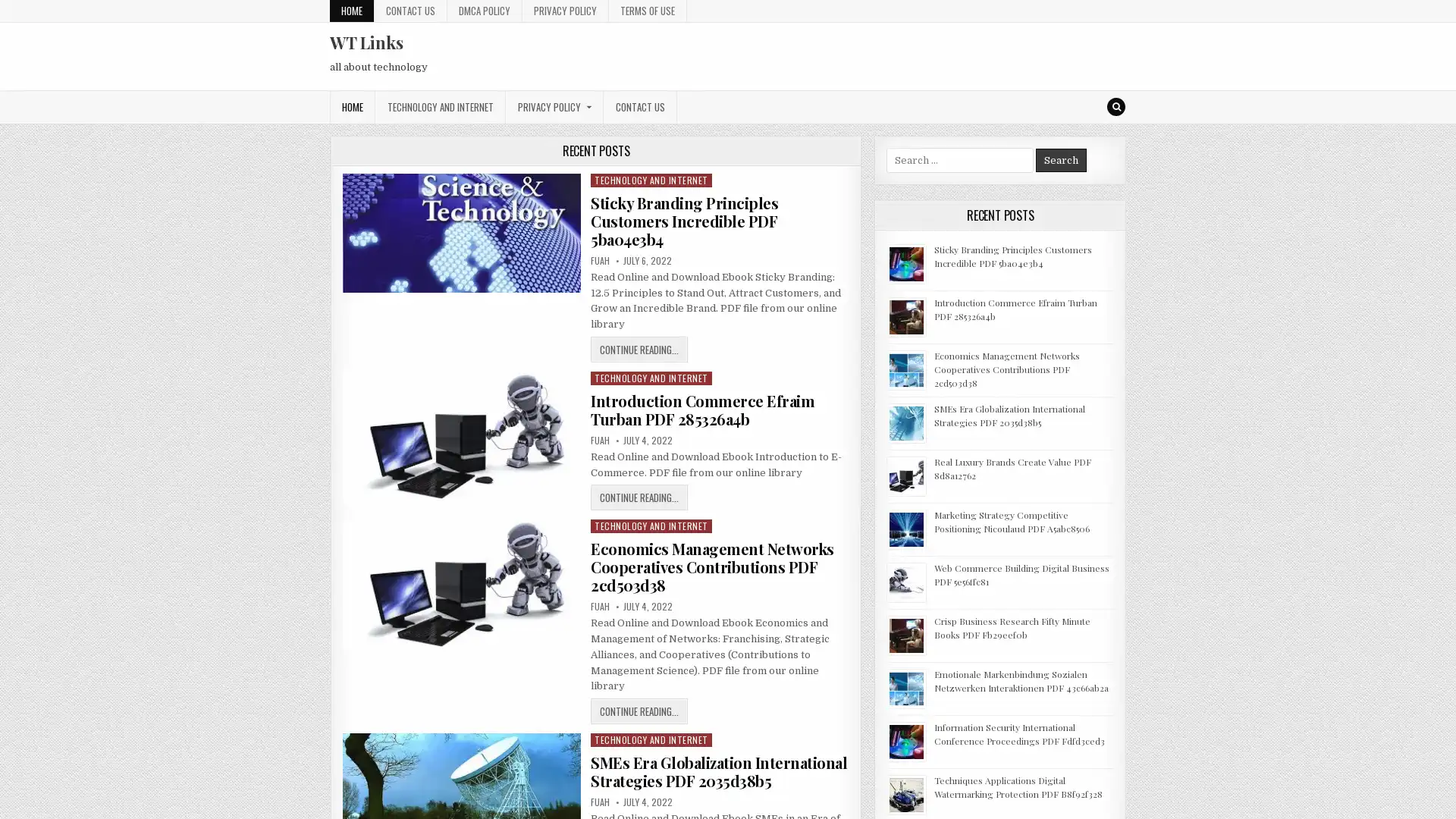 The image size is (1456, 819). Describe the element at coordinates (1060, 160) in the screenshot. I see `Search` at that location.